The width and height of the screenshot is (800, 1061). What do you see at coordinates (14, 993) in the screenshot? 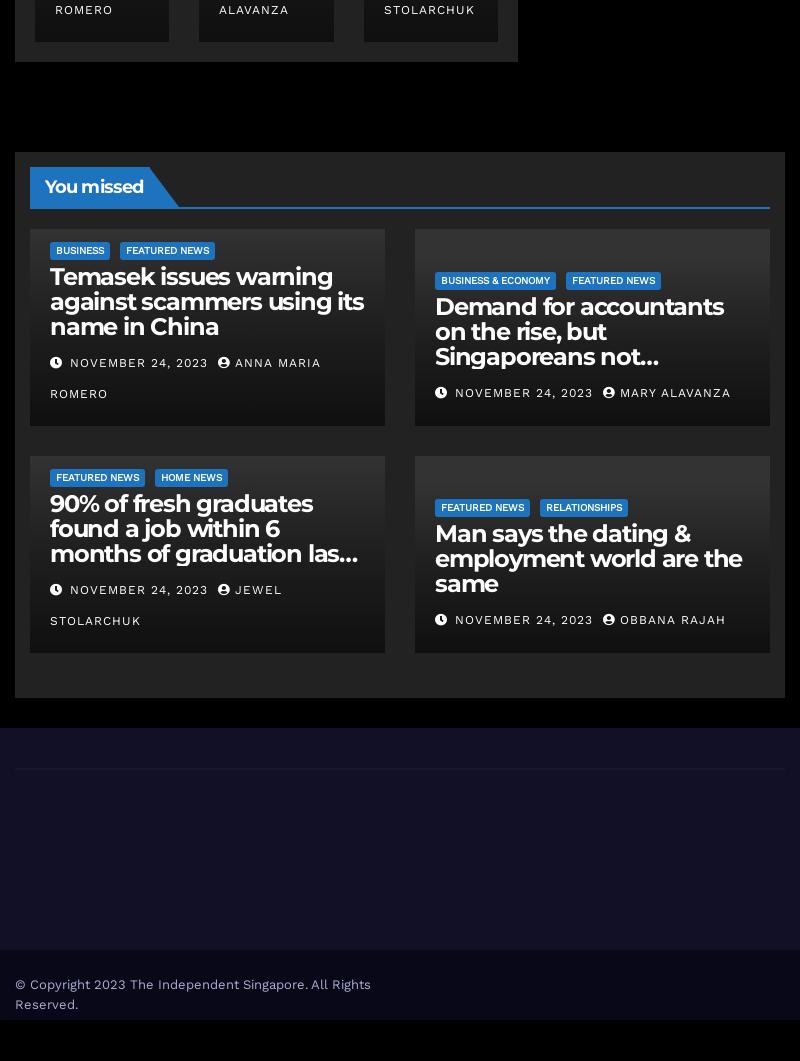
I see `'© Copyright 2023 The Independent Singapore. All Rights Reserved.'` at bounding box center [14, 993].